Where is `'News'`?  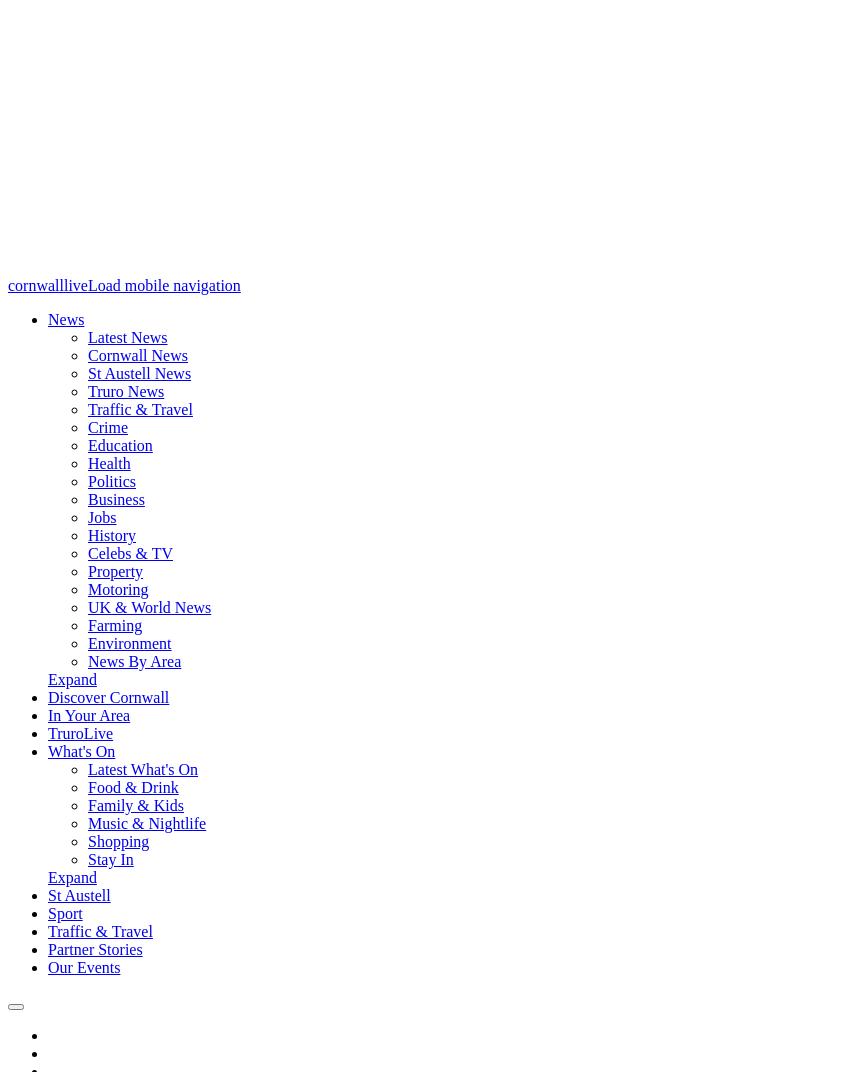 'News' is located at coordinates (46, 318).